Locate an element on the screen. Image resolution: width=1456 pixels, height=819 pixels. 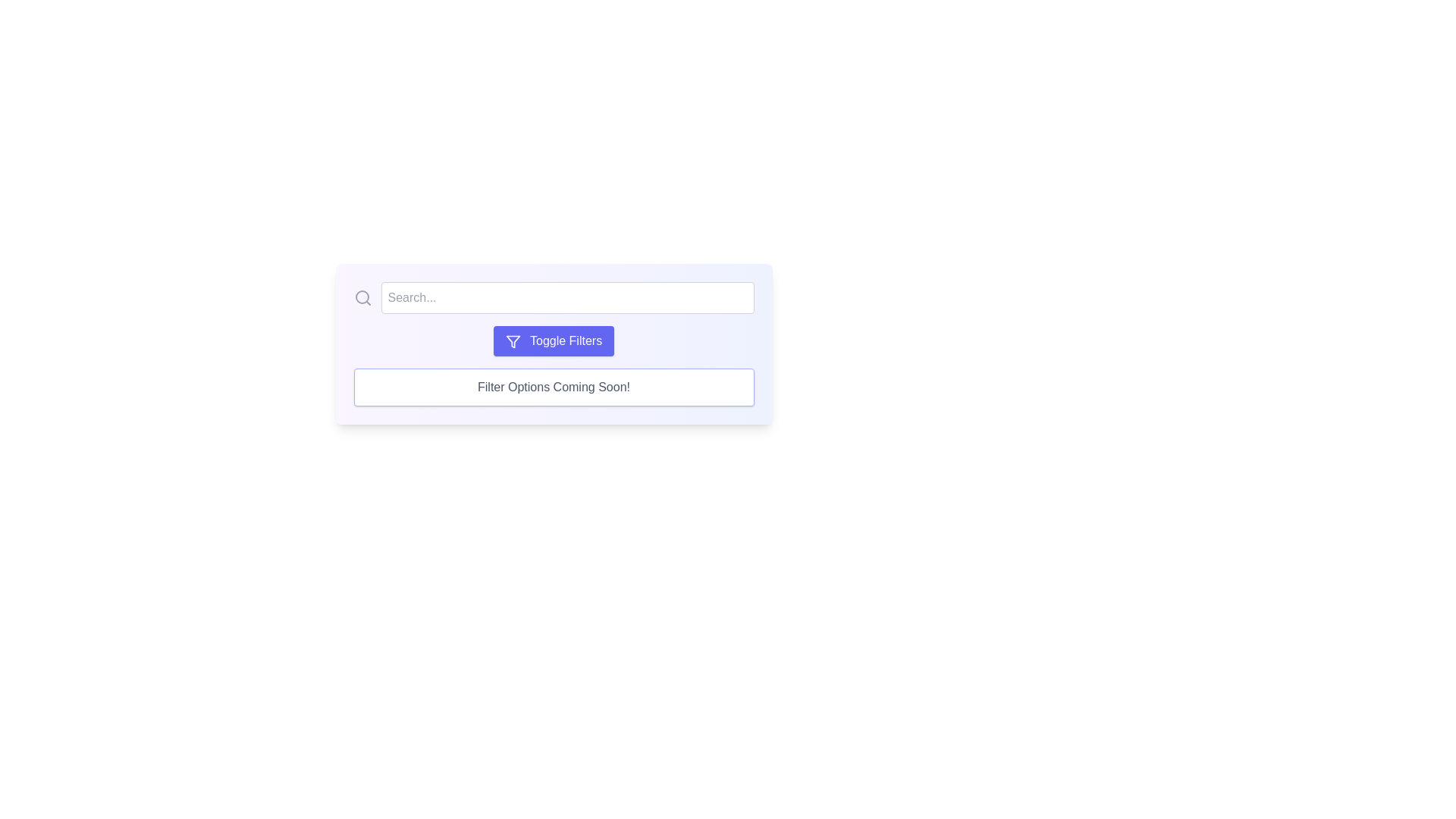
the filter icon within the 'Toggle Filters' button, located towards the left side of the label text is located at coordinates (513, 341).